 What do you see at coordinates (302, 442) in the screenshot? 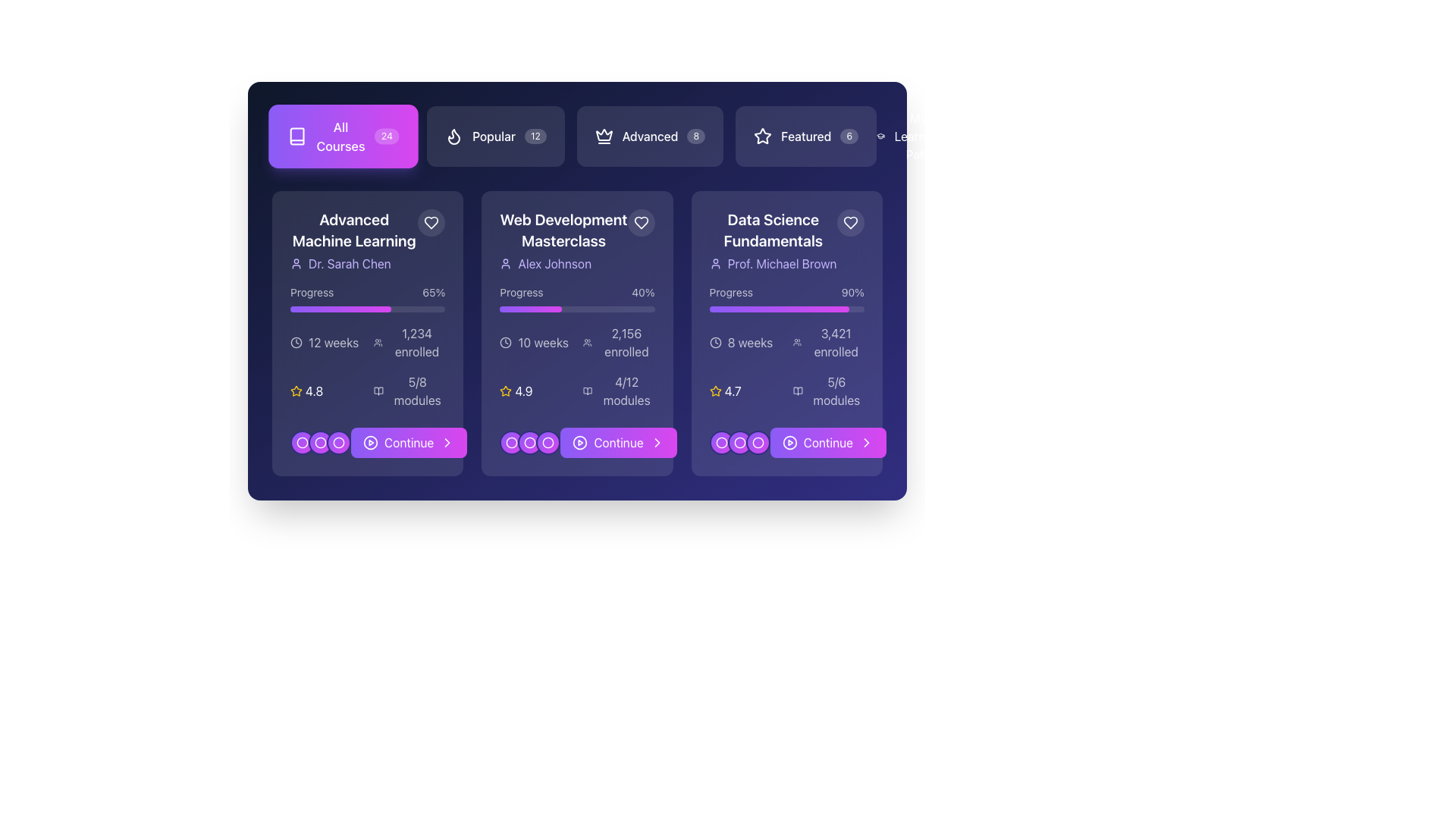
I see `the second circular indicator with a white outline and purple background, located at the bottom of the 'Advanced Machine Learning' course card` at bounding box center [302, 442].